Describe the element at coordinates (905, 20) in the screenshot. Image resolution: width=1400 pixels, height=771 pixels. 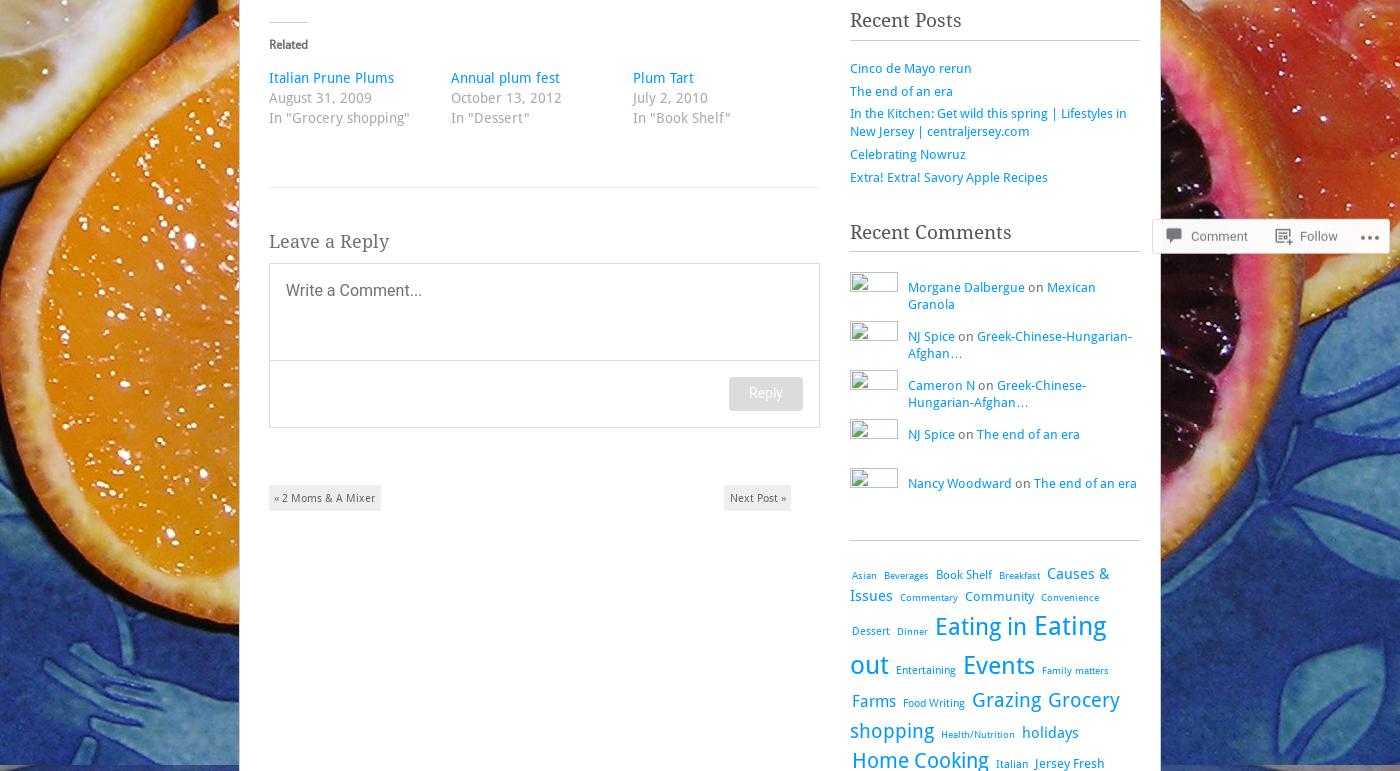
I see `'Recent Posts'` at that location.